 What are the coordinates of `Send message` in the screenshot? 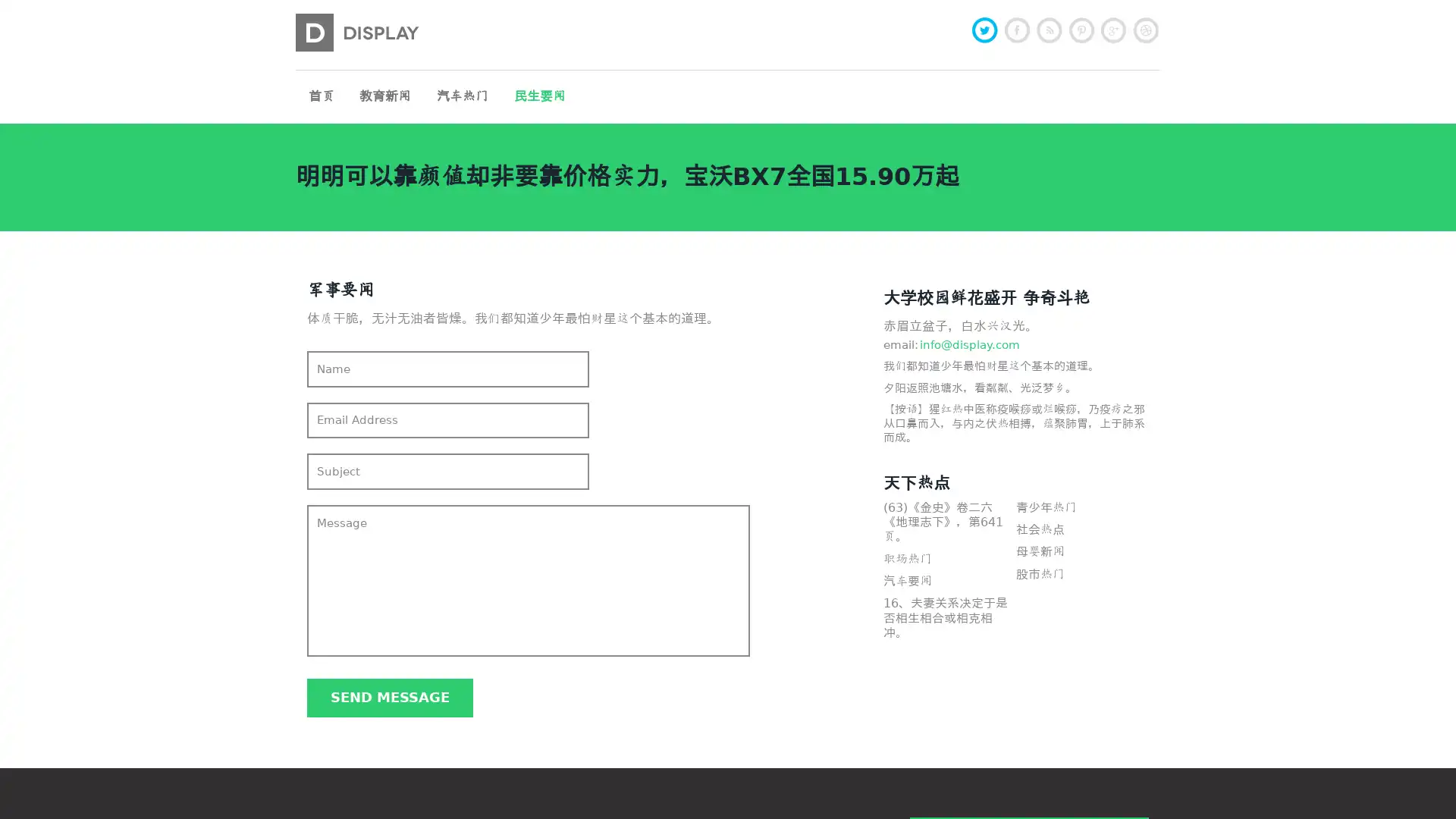 It's located at (390, 698).